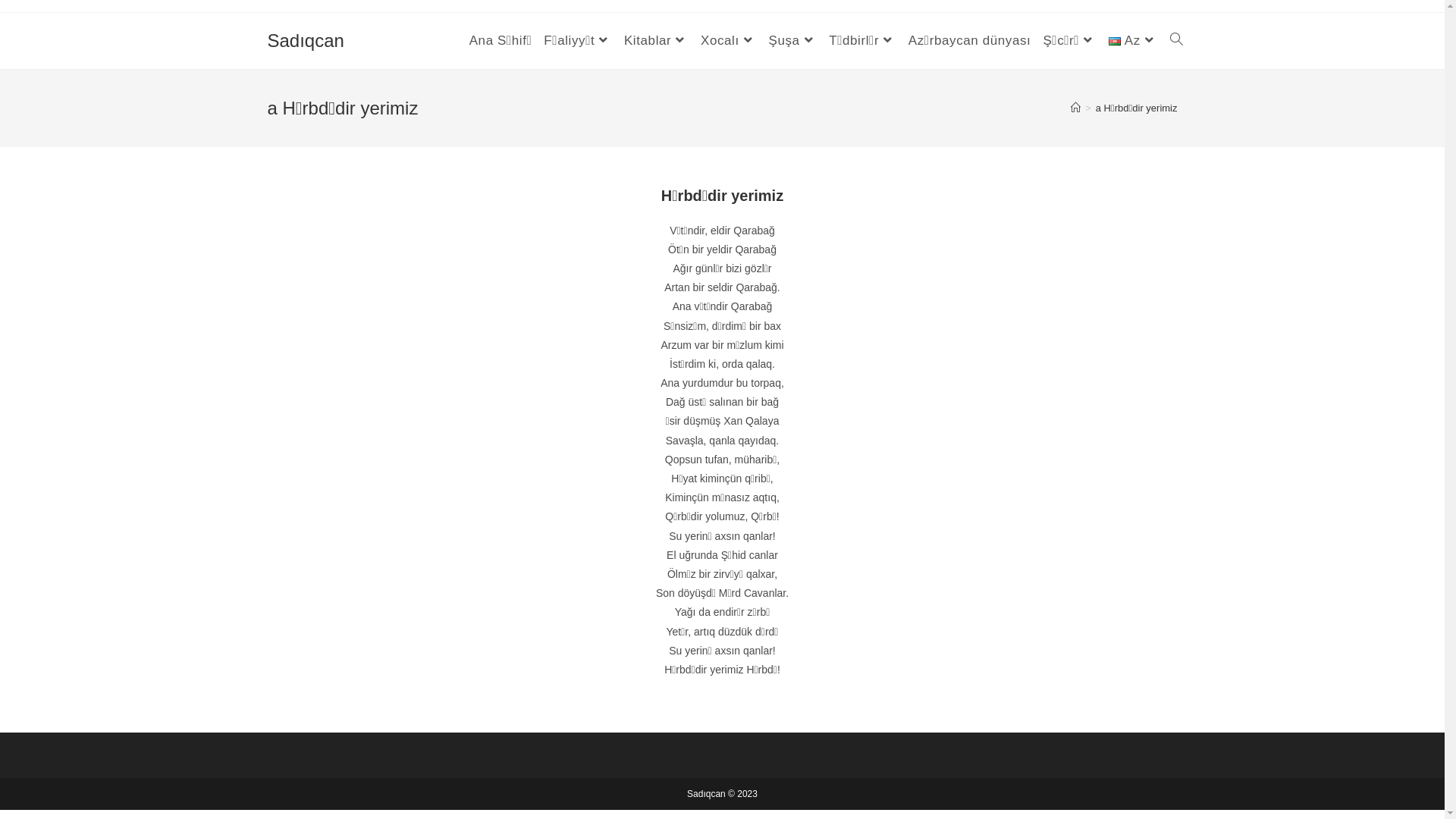 The height and width of the screenshot is (819, 1456). I want to click on 'Kitablar', so click(618, 40).